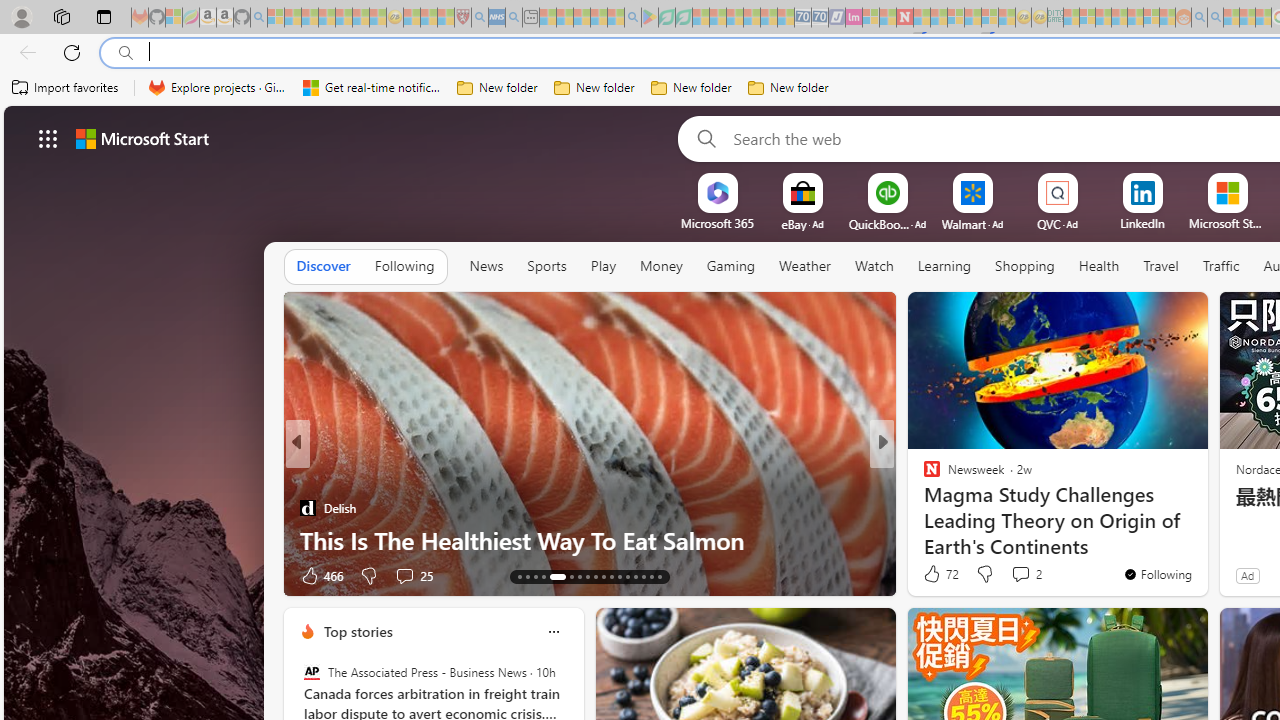  What do you see at coordinates (602, 266) in the screenshot?
I see `'Play'` at bounding box center [602, 266].